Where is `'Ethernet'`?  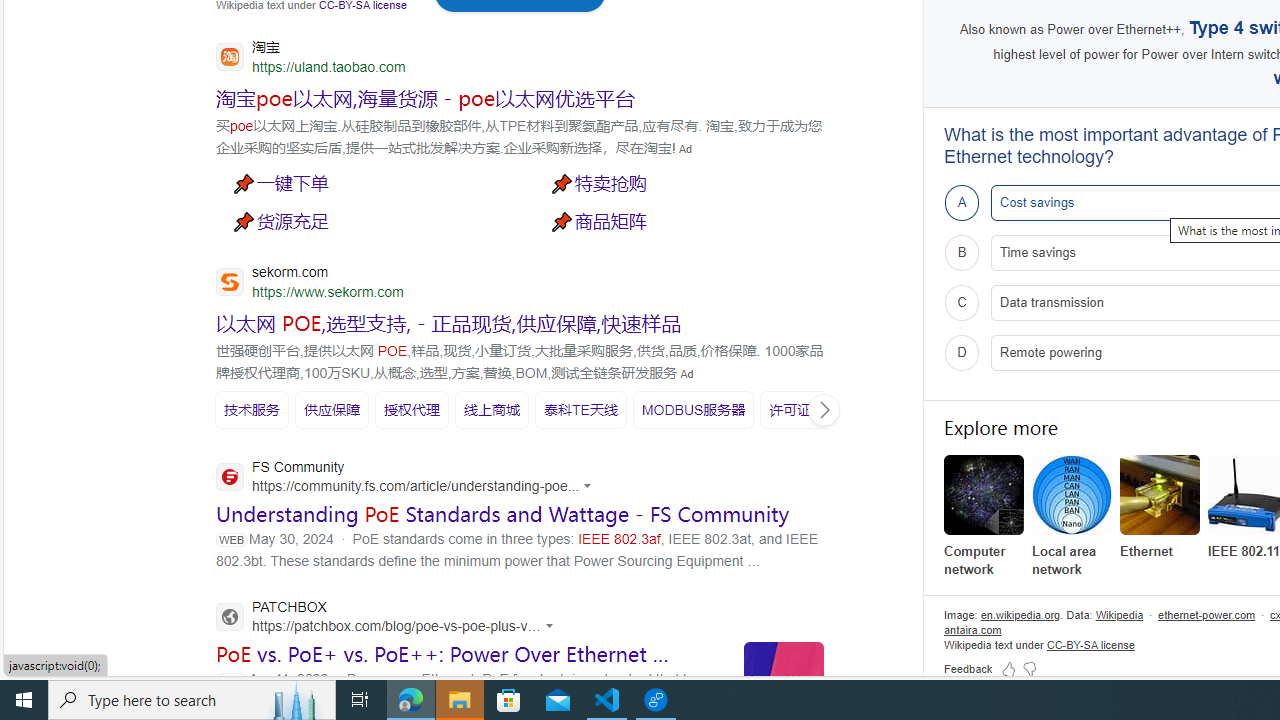 'Ethernet' is located at coordinates (1160, 495).